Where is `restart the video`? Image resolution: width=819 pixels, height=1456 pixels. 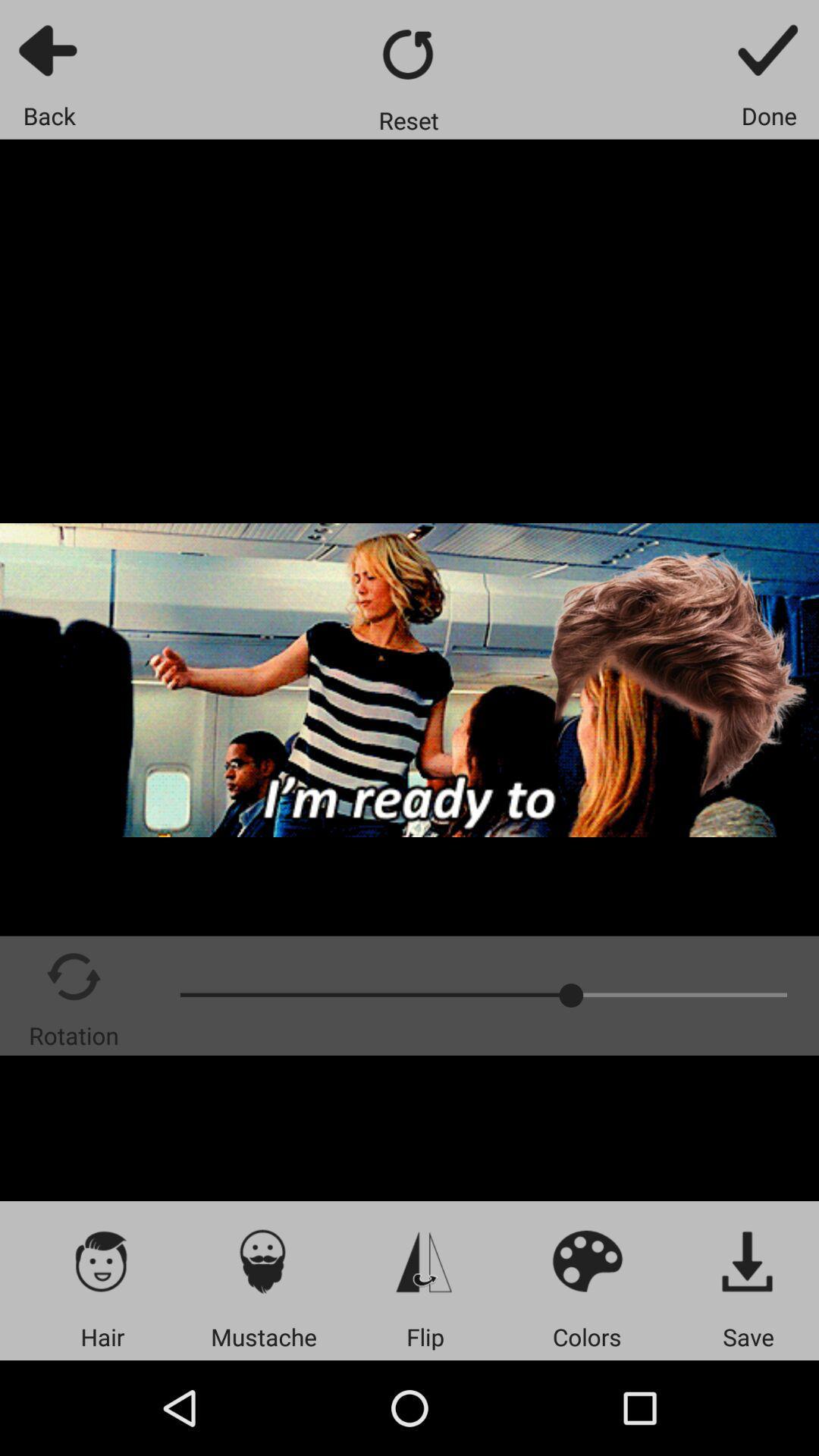 restart the video is located at coordinates (408, 54).